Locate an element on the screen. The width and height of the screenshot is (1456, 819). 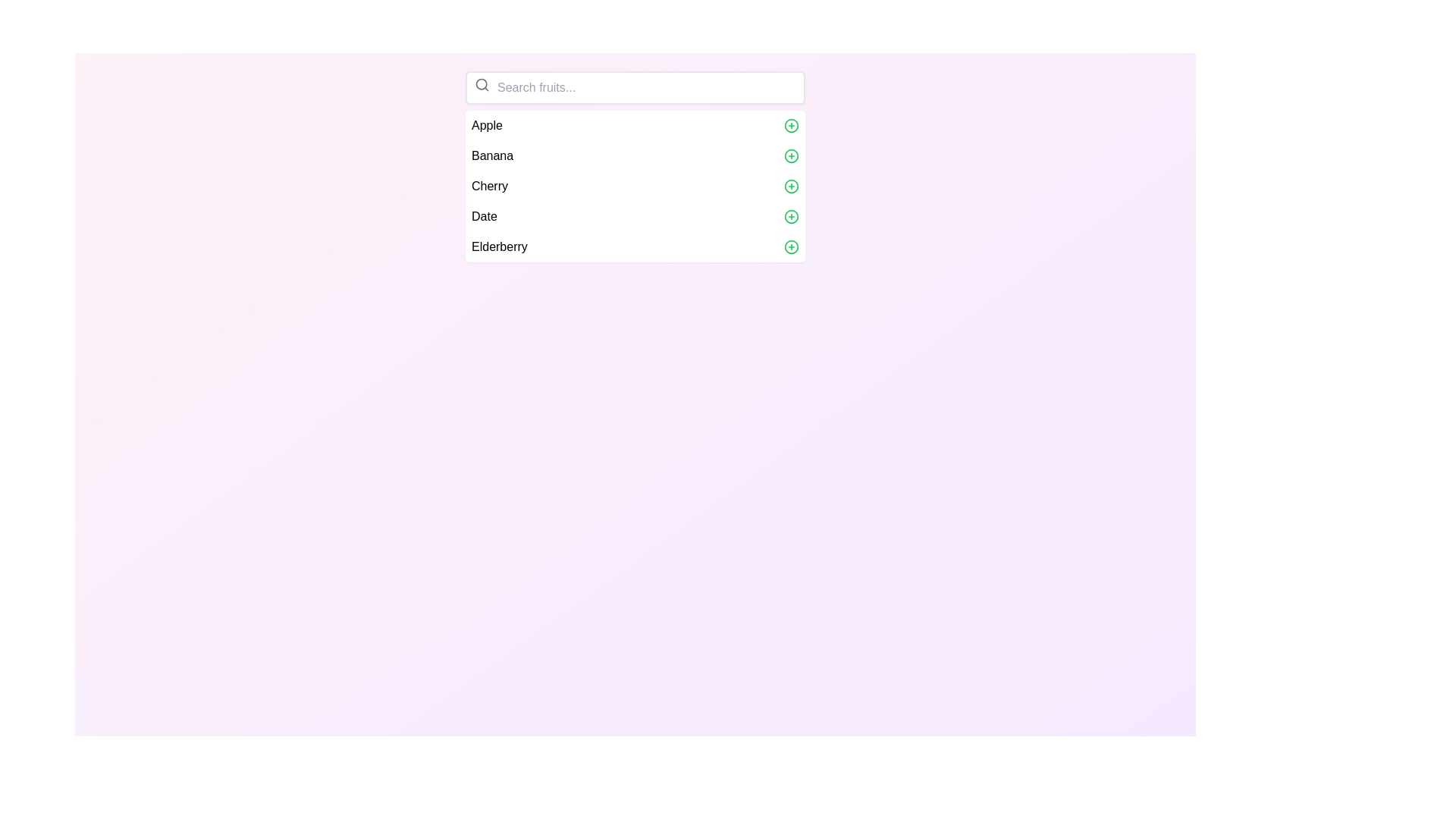
the '+' button located next to the text 'Apple' to get more information is located at coordinates (790, 124).